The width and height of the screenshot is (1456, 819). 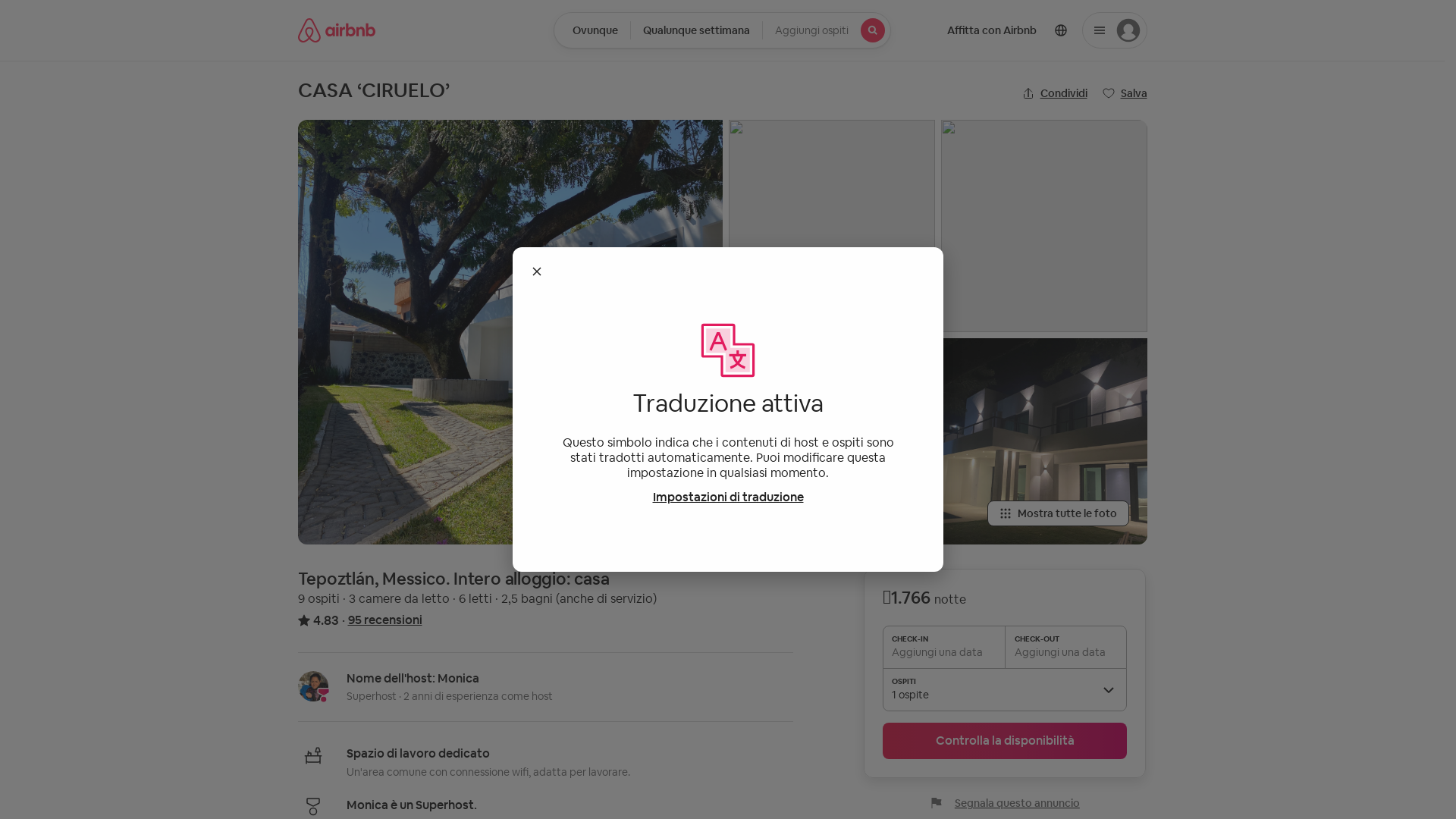 I want to click on 'Segnala questo annuncio', so click(x=1005, y=802).